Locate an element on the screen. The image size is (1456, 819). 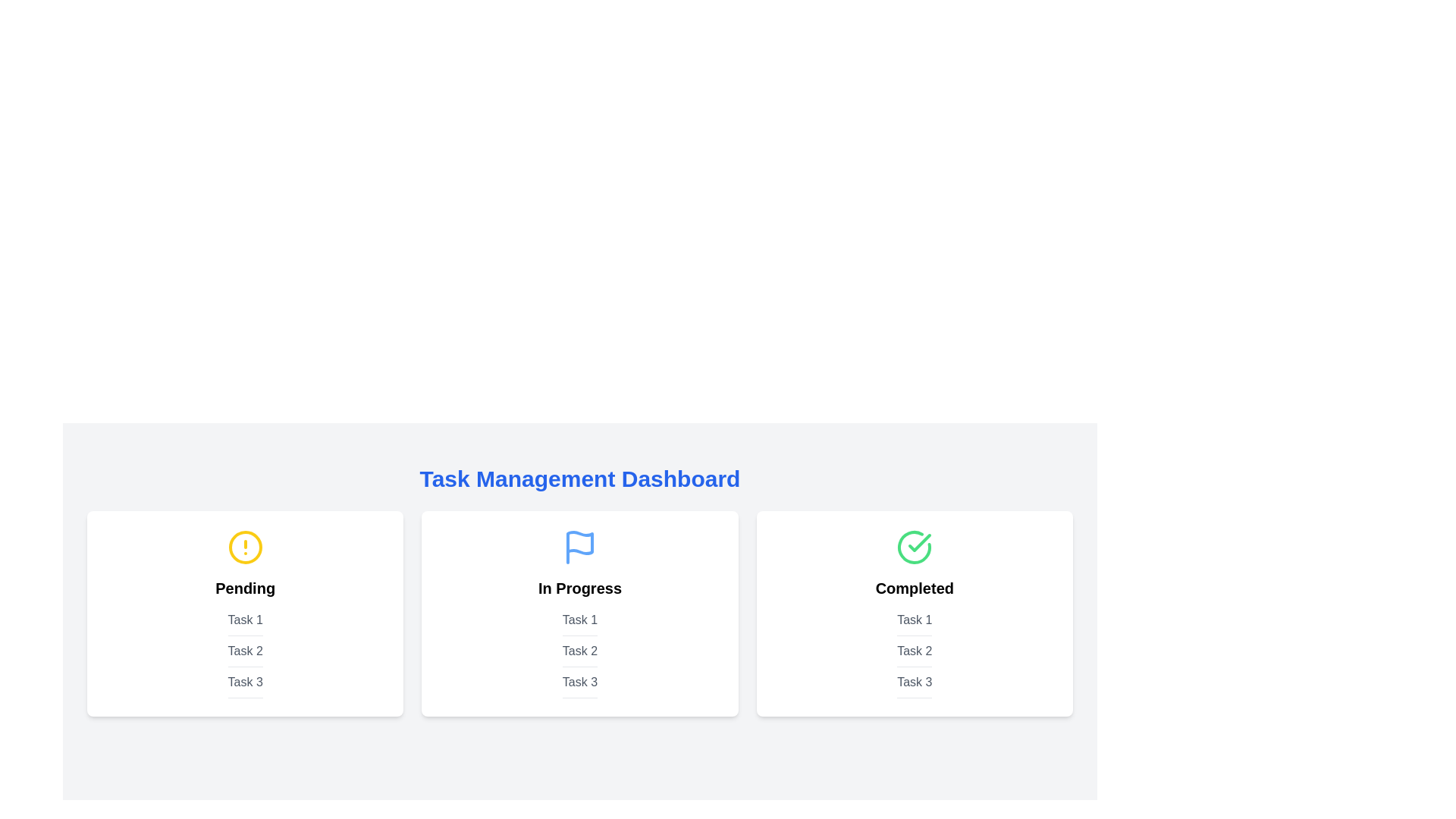
the 'Task 2' text label element, which is the second item in the vertically stacked list of tasks labeled 'Pending' is located at coordinates (245, 654).